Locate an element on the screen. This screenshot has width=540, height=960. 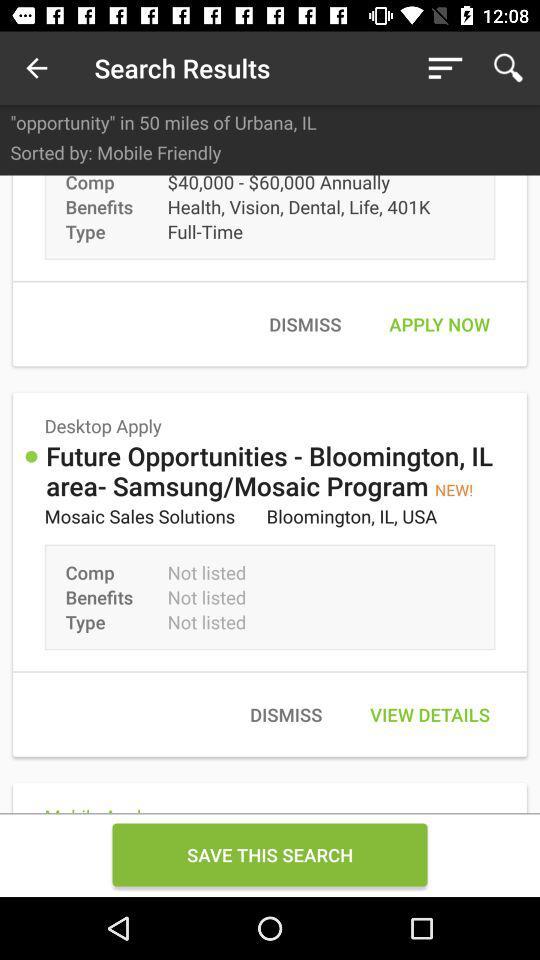
the view details is located at coordinates (429, 714).